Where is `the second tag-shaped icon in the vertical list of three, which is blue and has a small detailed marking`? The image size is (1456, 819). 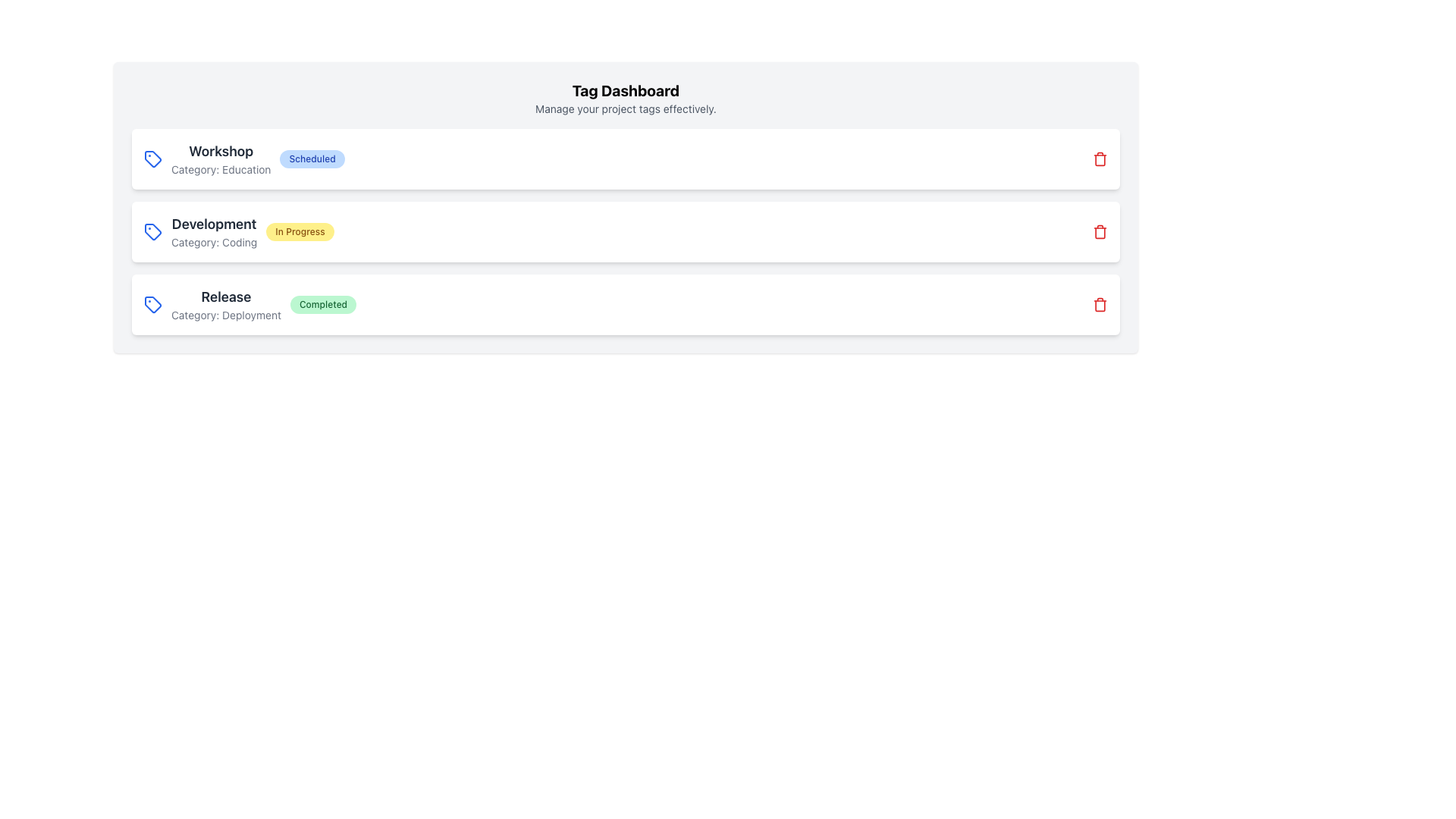
the second tag-shaped icon in the vertical list of three, which is blue and has a small detailed marking is located at coordinates (152, 231).